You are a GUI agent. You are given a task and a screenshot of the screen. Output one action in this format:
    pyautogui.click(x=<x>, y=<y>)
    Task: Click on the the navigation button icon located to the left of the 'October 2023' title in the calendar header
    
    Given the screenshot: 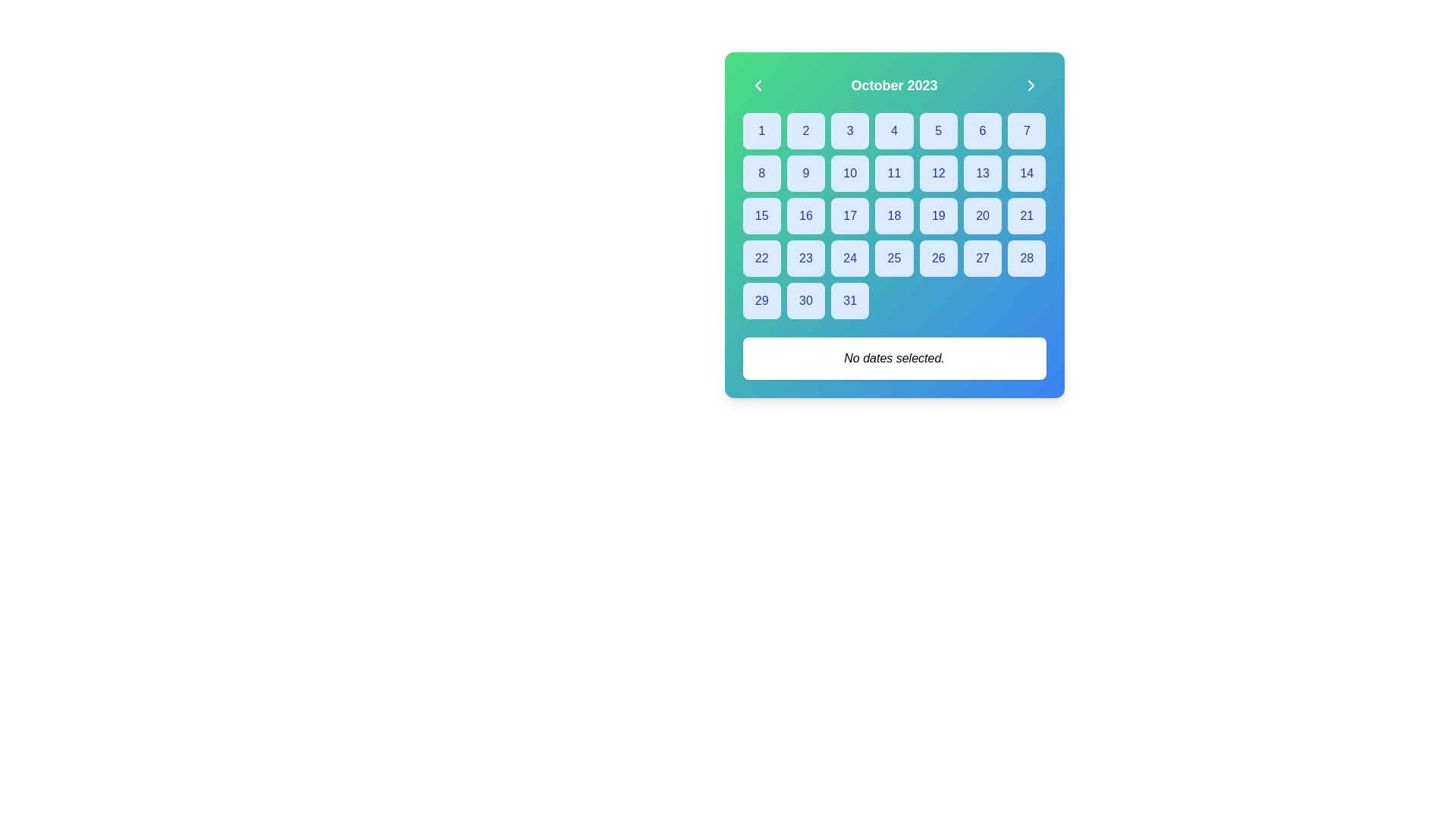 What is the action you would take?
    pyautogui.click(x=758, y=85)
    